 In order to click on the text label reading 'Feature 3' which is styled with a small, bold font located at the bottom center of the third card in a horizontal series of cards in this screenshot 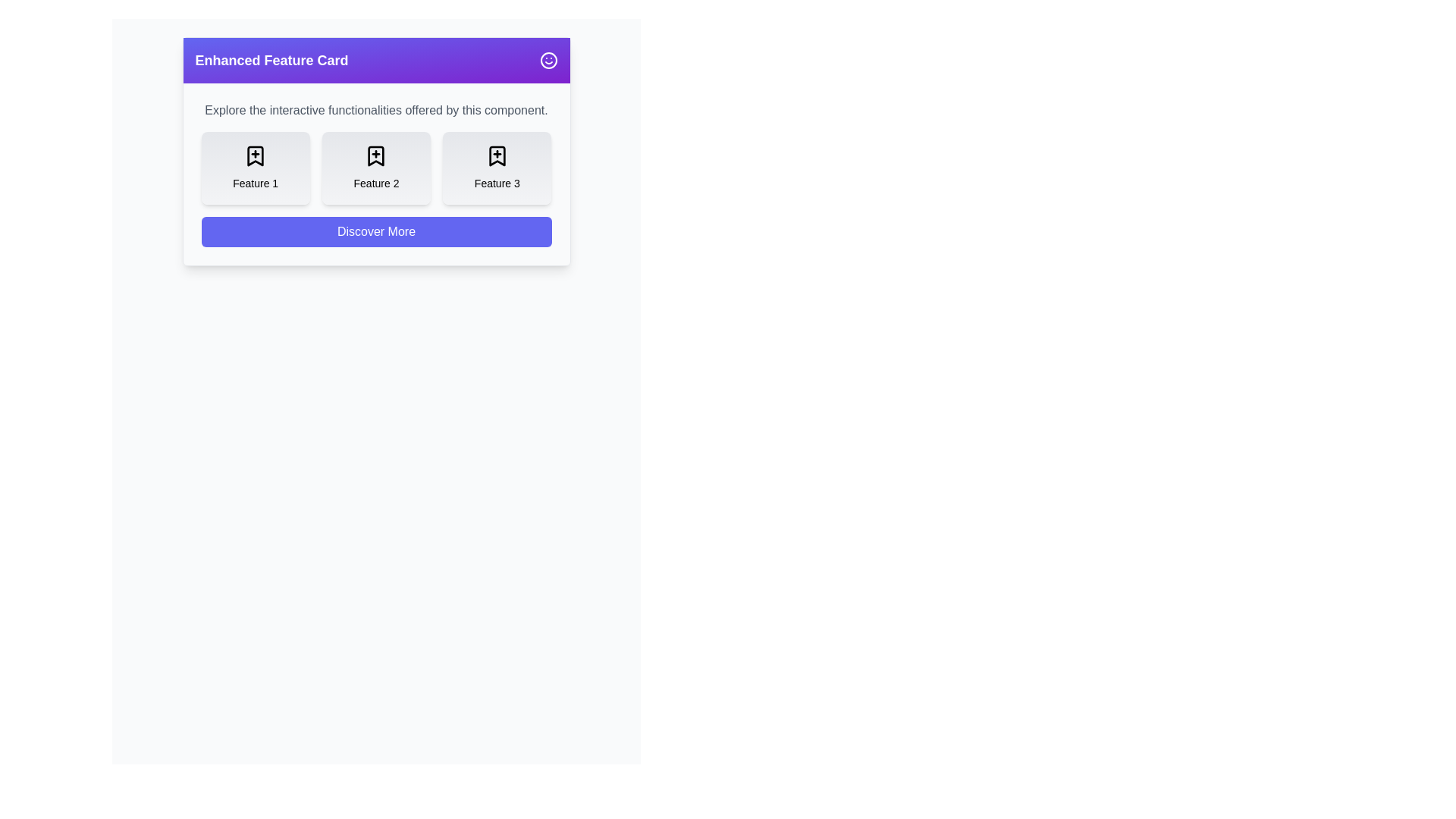, I will do `click(497, 183)`.